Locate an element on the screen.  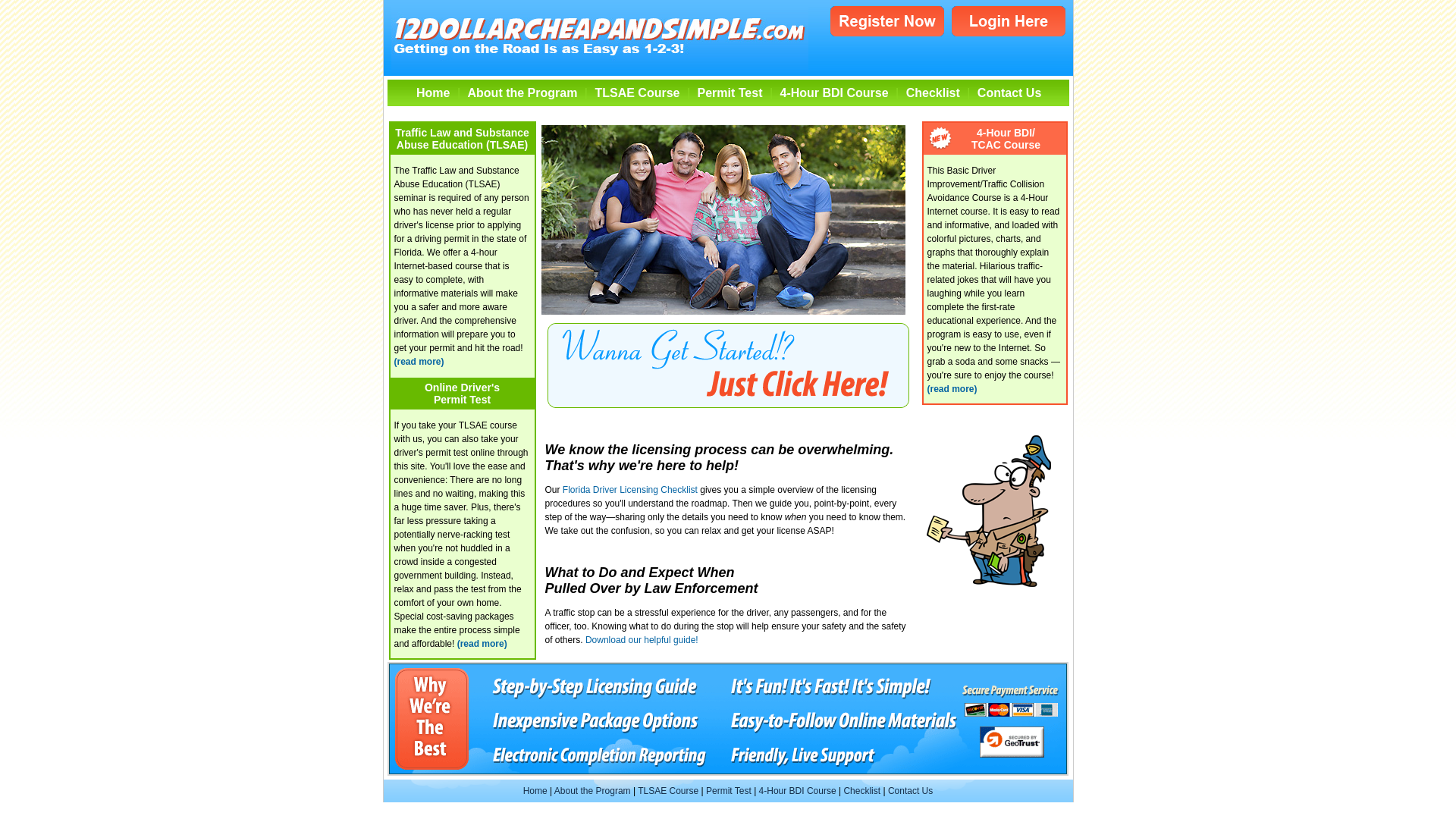
'4-Hour BDI Course' is located at coordinates (833, 93).